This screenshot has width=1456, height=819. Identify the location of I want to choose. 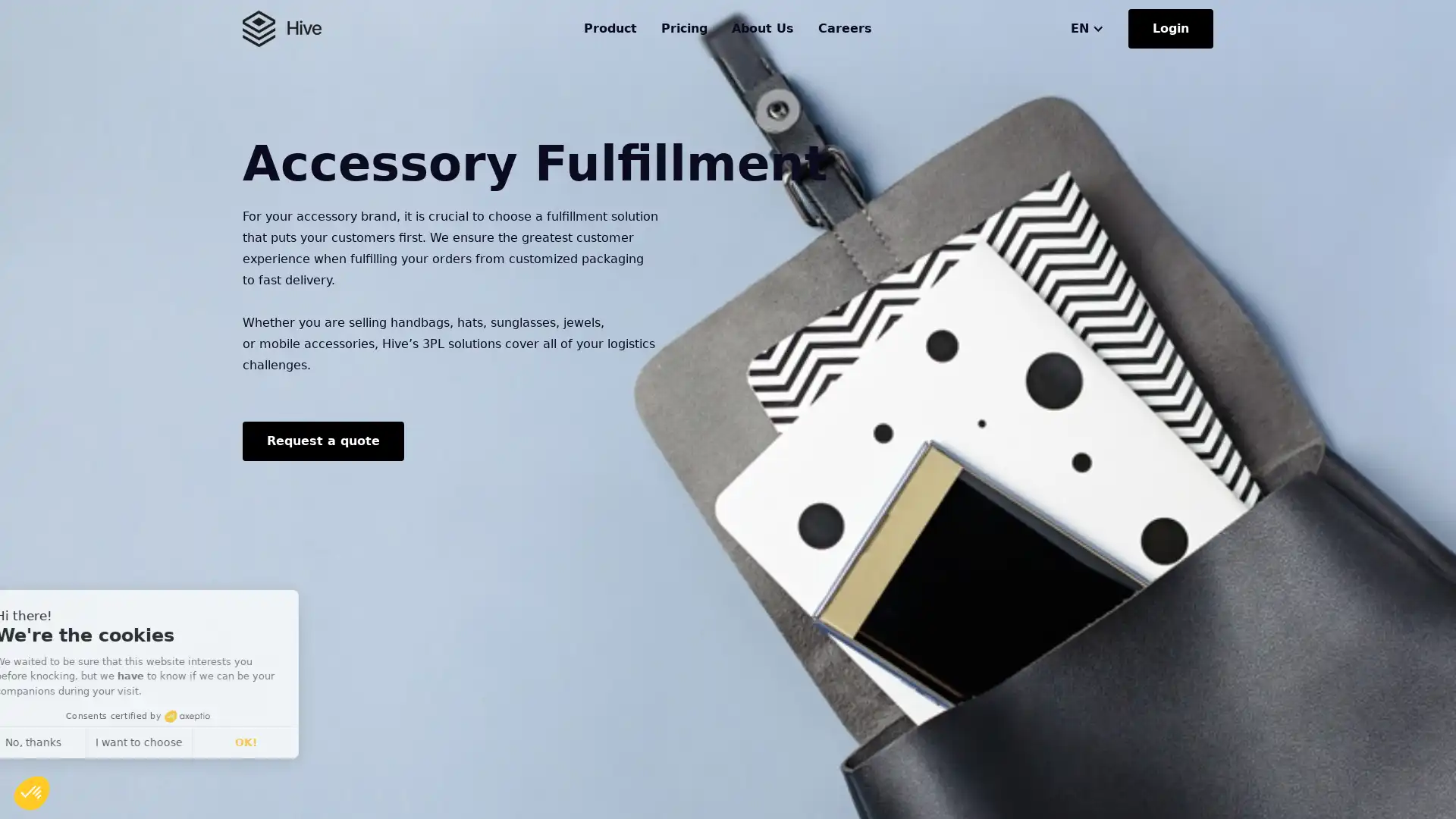
(174, 742).